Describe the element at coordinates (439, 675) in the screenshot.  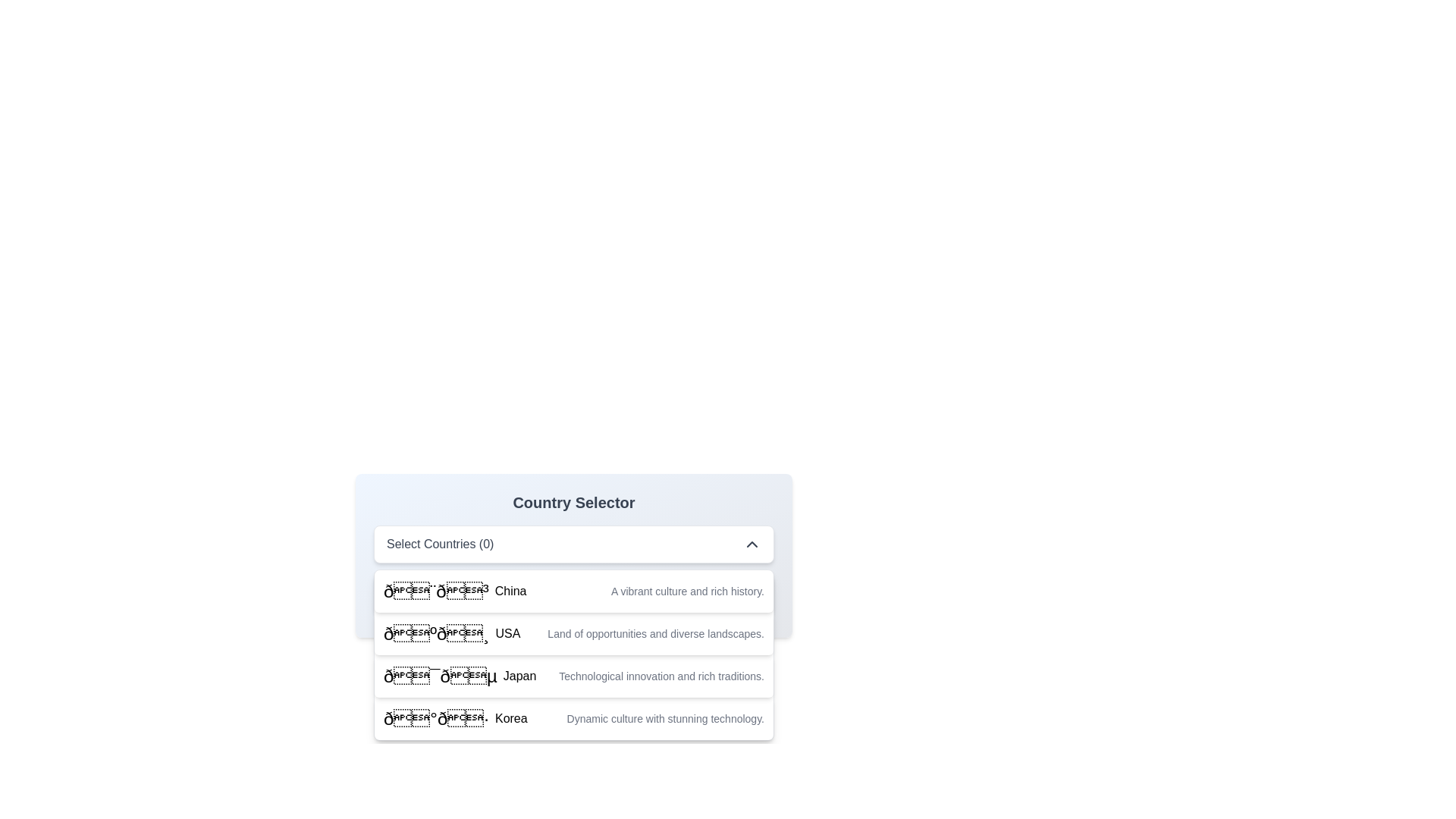
I see `the row representing 'Japan' in the 'Country Selector' dropdown list by targeting the flag icon located to the left of the word 'Japan'` at that location.